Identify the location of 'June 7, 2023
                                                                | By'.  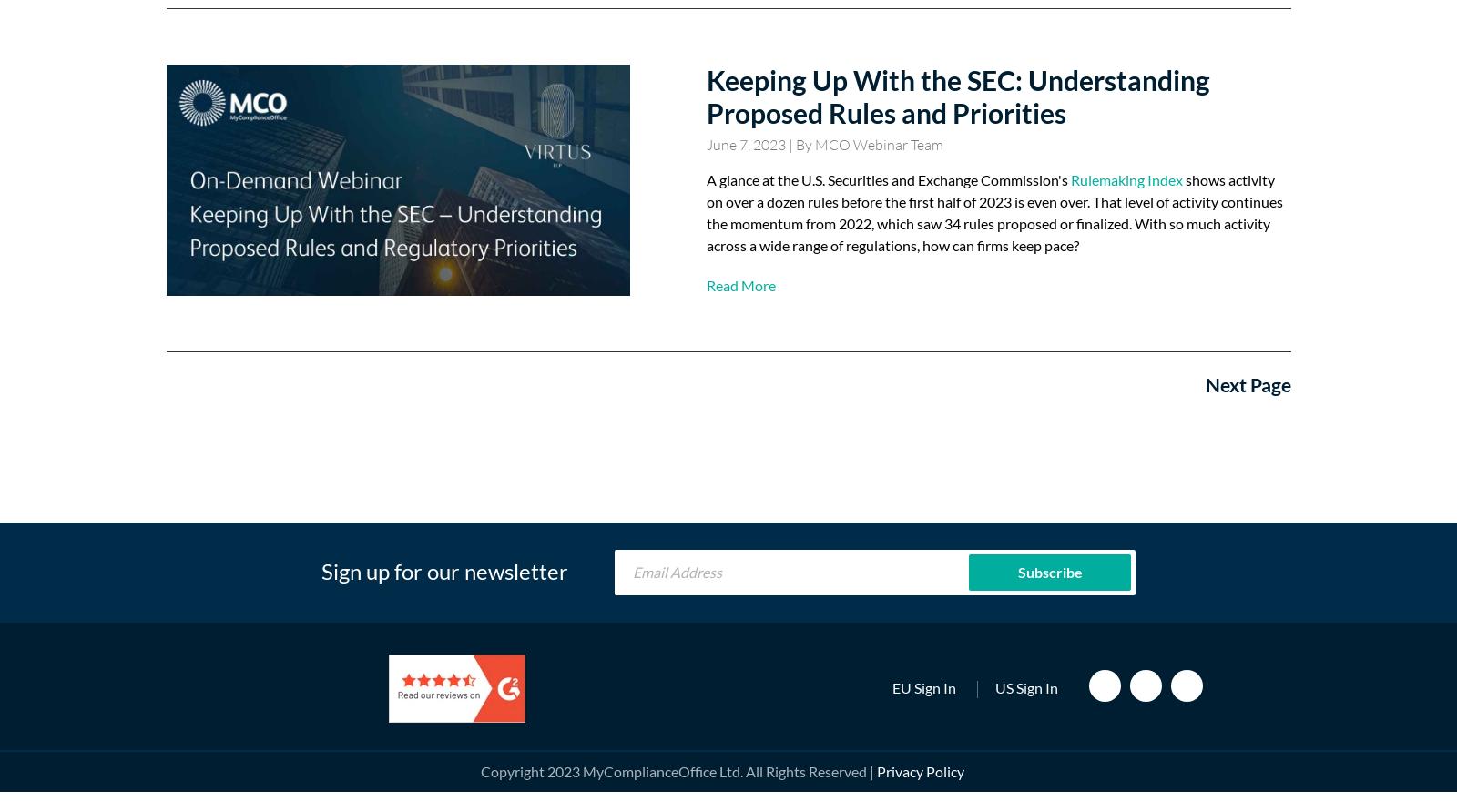
(759, 144).